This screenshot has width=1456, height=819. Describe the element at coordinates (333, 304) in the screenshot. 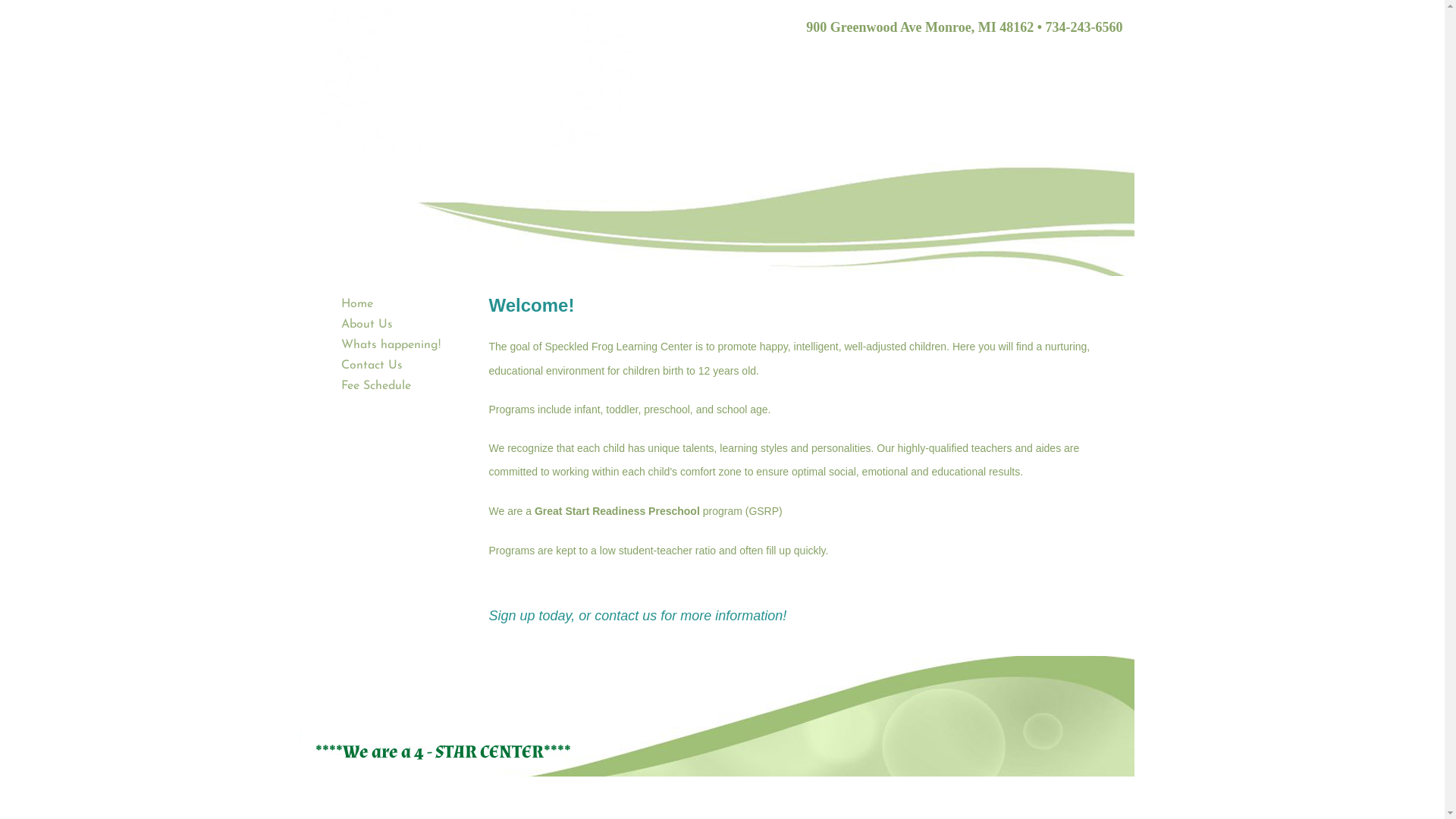

I see `'Home'` at that location.